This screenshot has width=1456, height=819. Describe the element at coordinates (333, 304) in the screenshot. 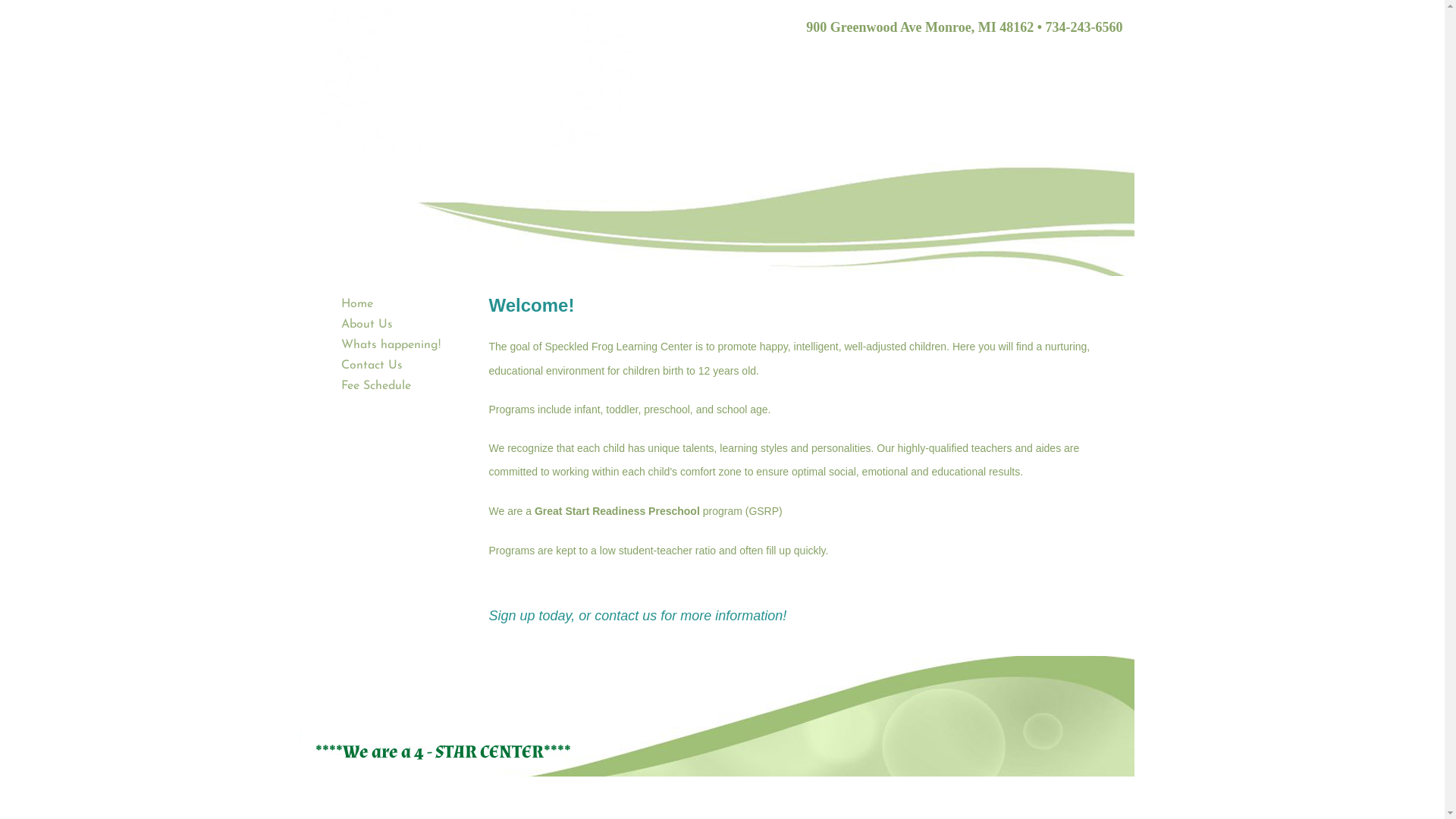

I see `'Home'` at that location.